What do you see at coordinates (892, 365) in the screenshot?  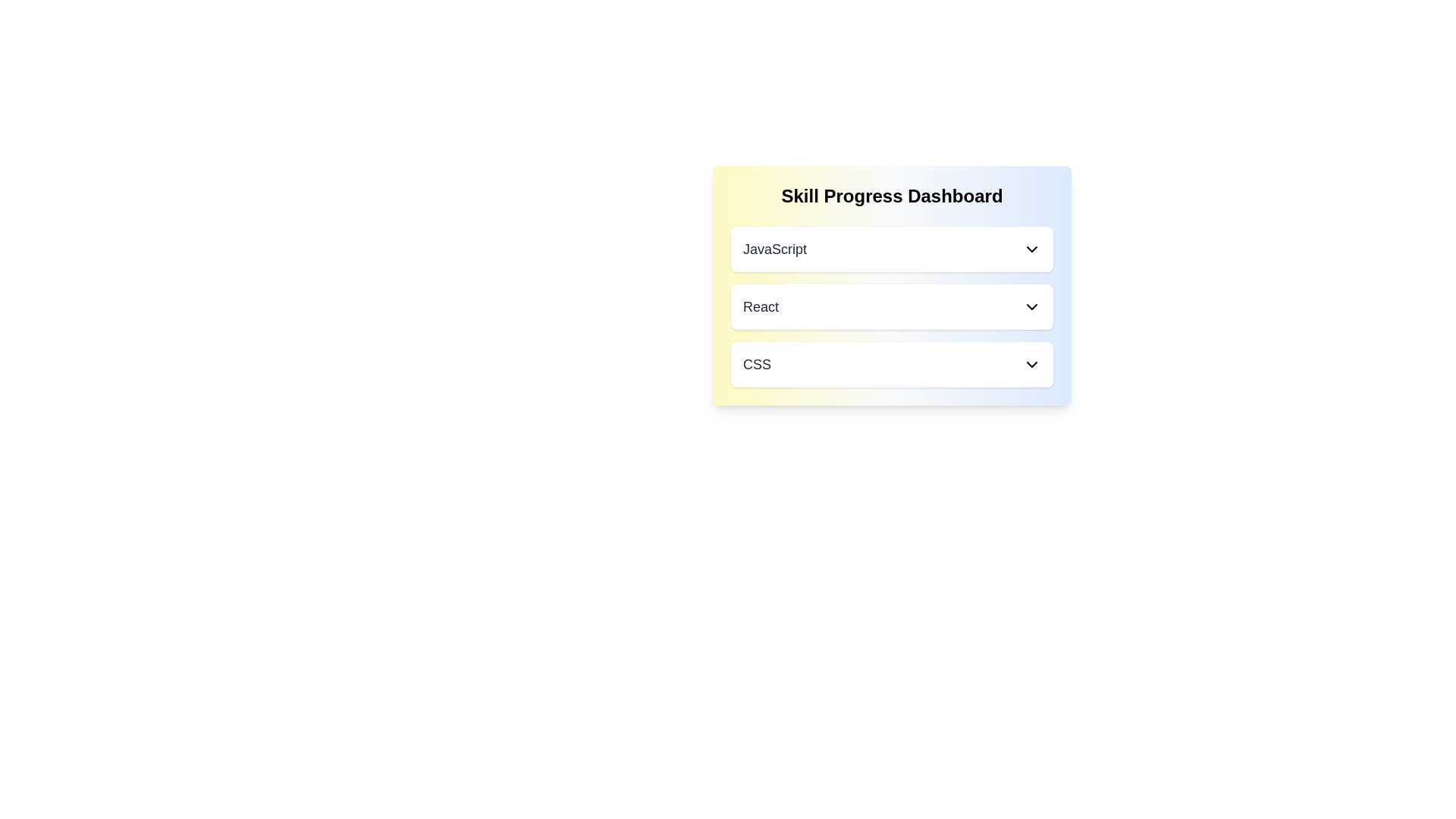 I see `the Dropdown menu item labeled 'CSS', which is the third item in the list` at bounding box center [892, 365].